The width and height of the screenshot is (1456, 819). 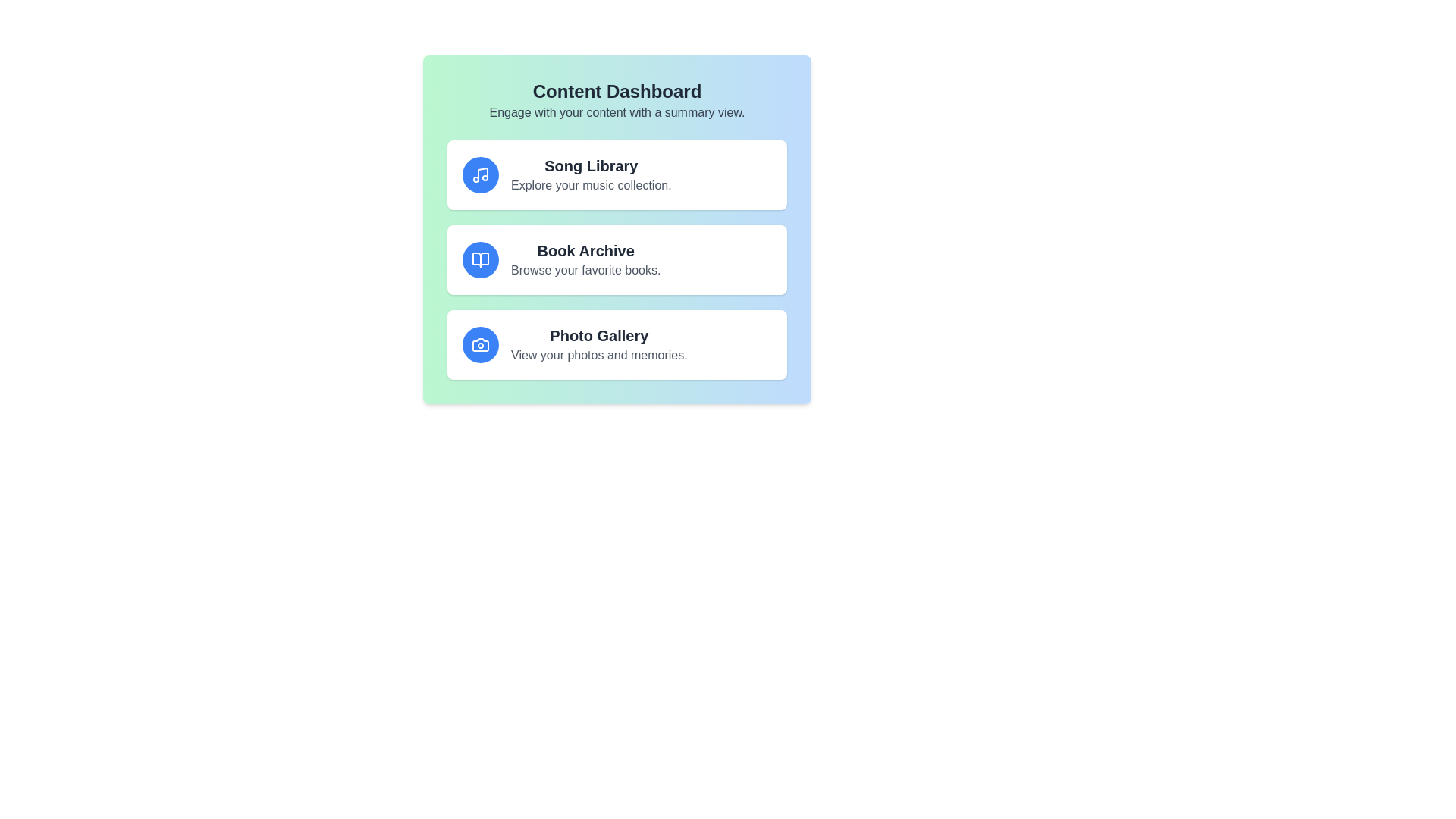 I want to click on the icon for Photo Gallery to explore its visual representation, so click(x=479, y=345).